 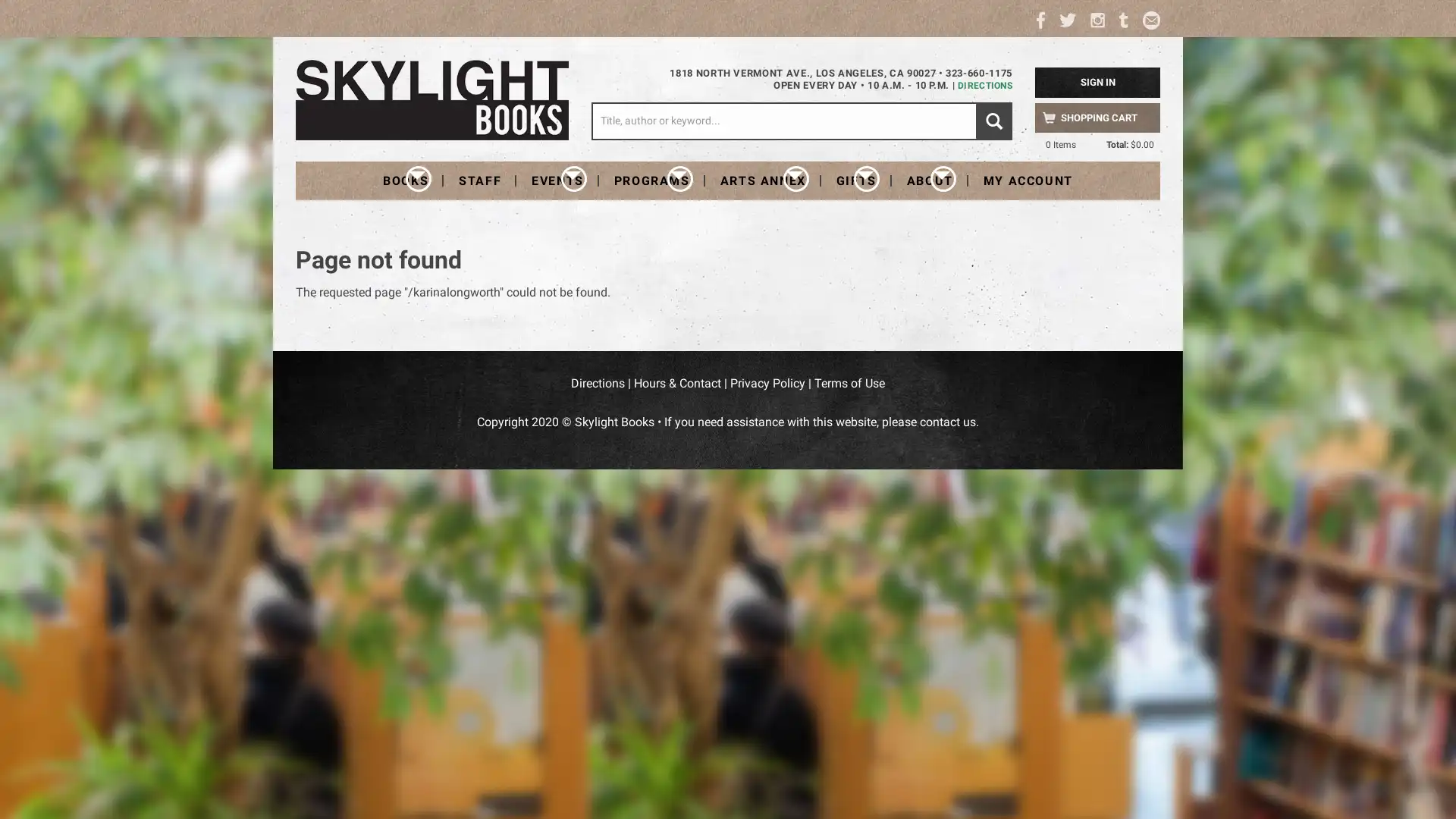 I want to click on search, so click(x=993, y=120).